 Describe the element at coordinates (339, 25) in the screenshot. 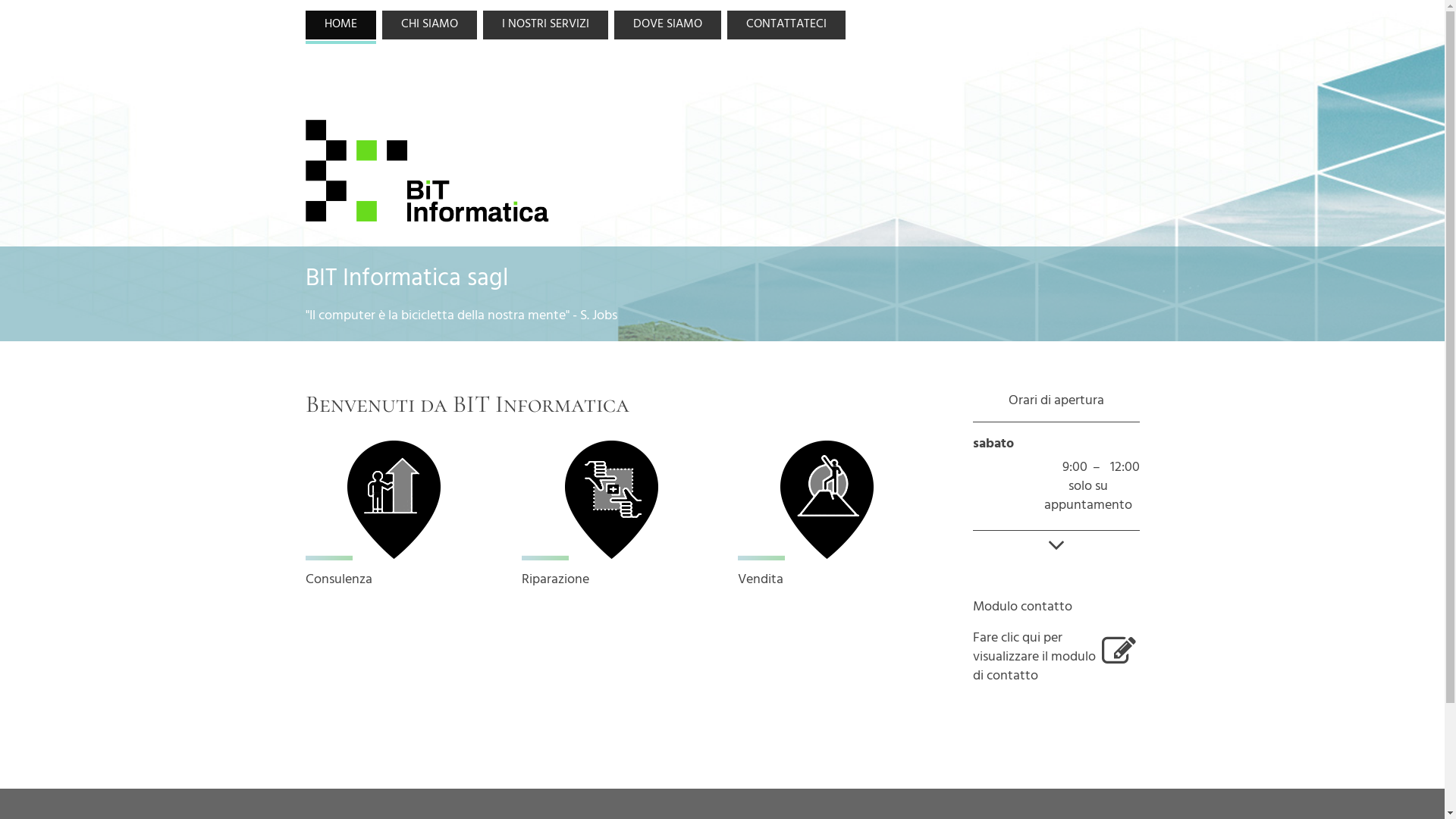

I see `'HOME'` at that location.